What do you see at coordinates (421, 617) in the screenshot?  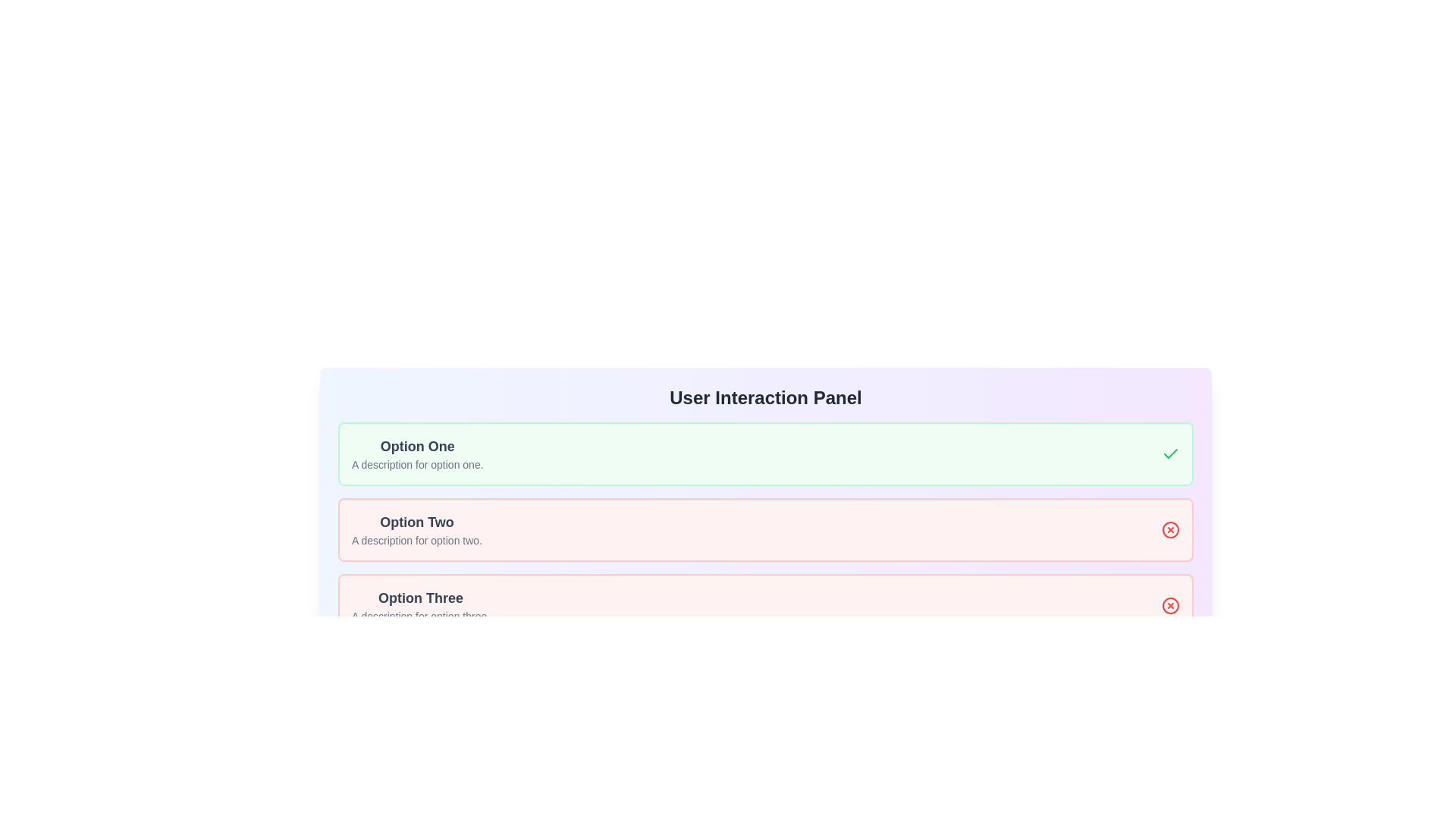 I see `the text label that contains the description 'A description for option three.', which is styled in gray and positioned below the bold title 'Option Three'` at bounding box center [421, 617].